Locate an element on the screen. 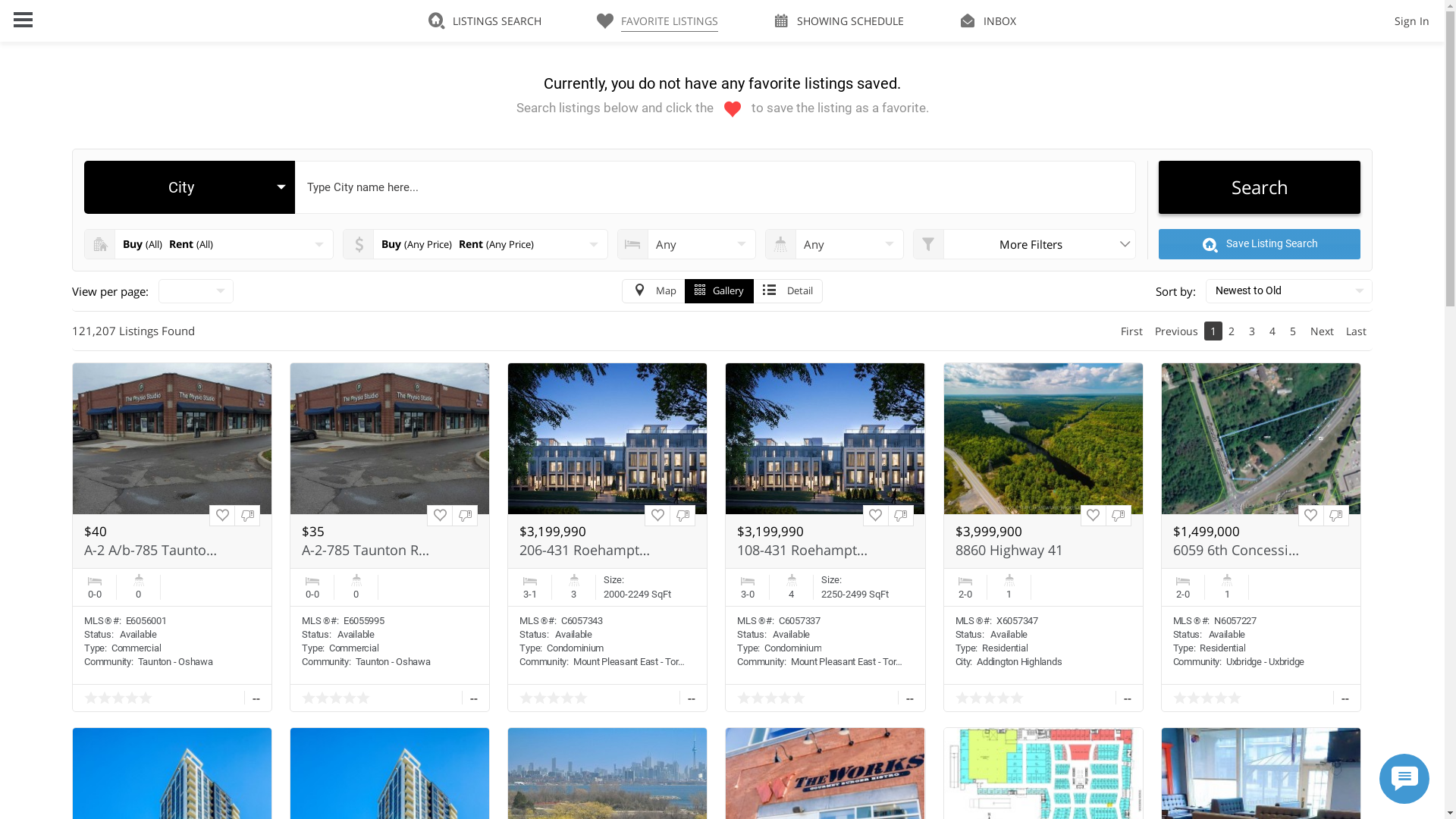 This screenshot has width=1456, height=819. 'FAVORITE LISTINGS' is located at coordinates (596, 20).